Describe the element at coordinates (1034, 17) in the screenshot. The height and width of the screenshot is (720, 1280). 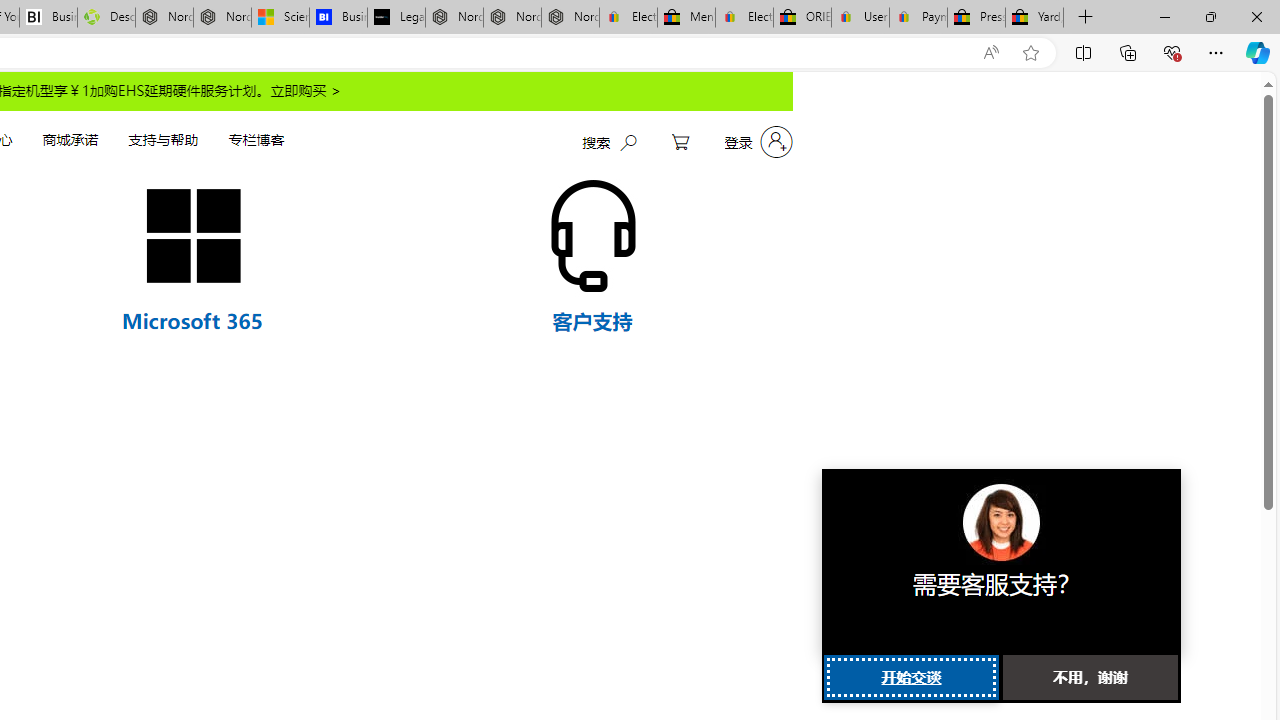
I see `'Yard, Garden & Outdoor Living'` at that location.